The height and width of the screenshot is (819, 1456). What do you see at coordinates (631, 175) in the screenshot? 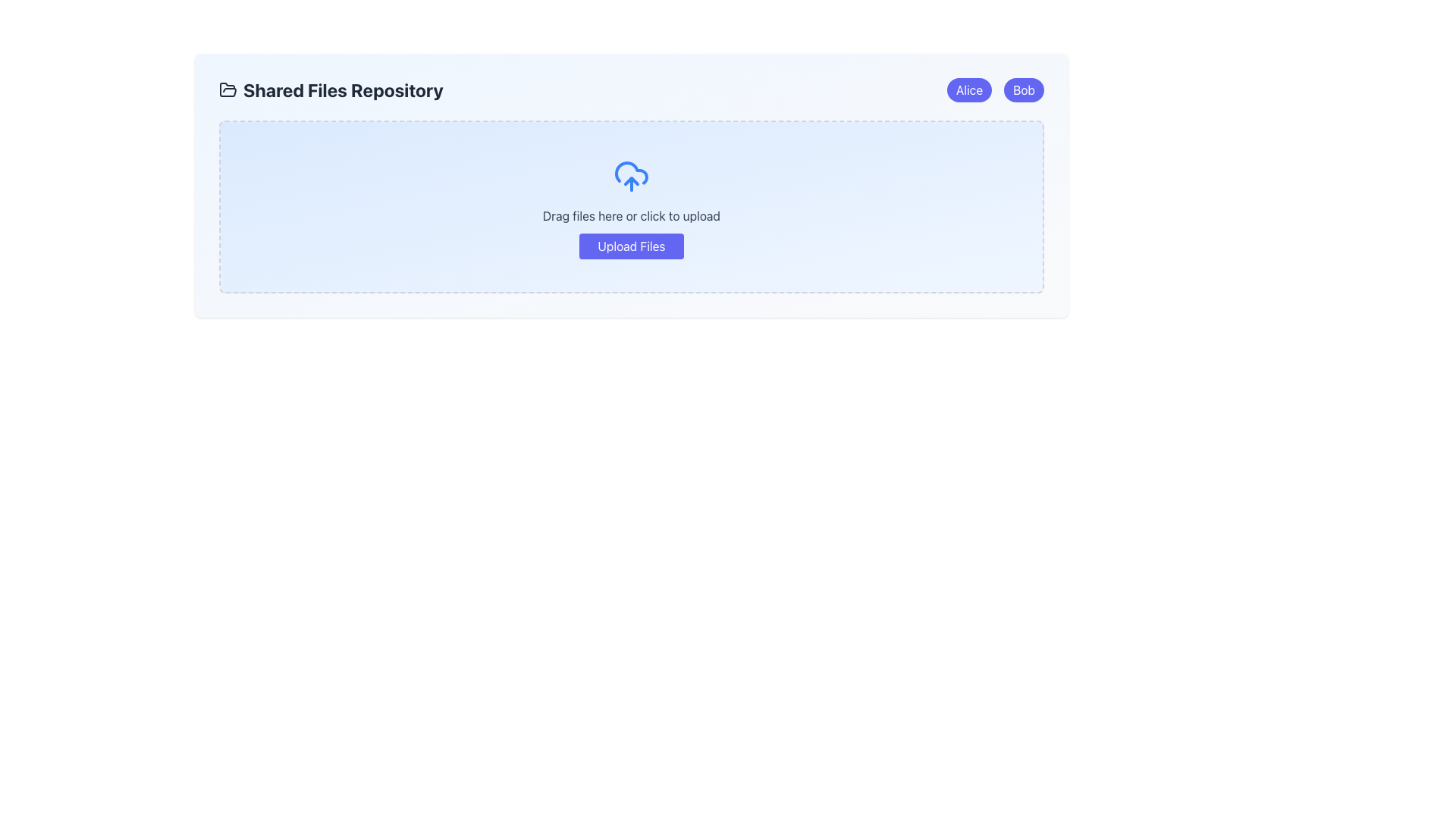
I see `the upload icon, which represents the upload functionality and is positioned above the text 'Drag files here or click to upload' and the 'Upload Files' button` at bounding box center [631, 175].